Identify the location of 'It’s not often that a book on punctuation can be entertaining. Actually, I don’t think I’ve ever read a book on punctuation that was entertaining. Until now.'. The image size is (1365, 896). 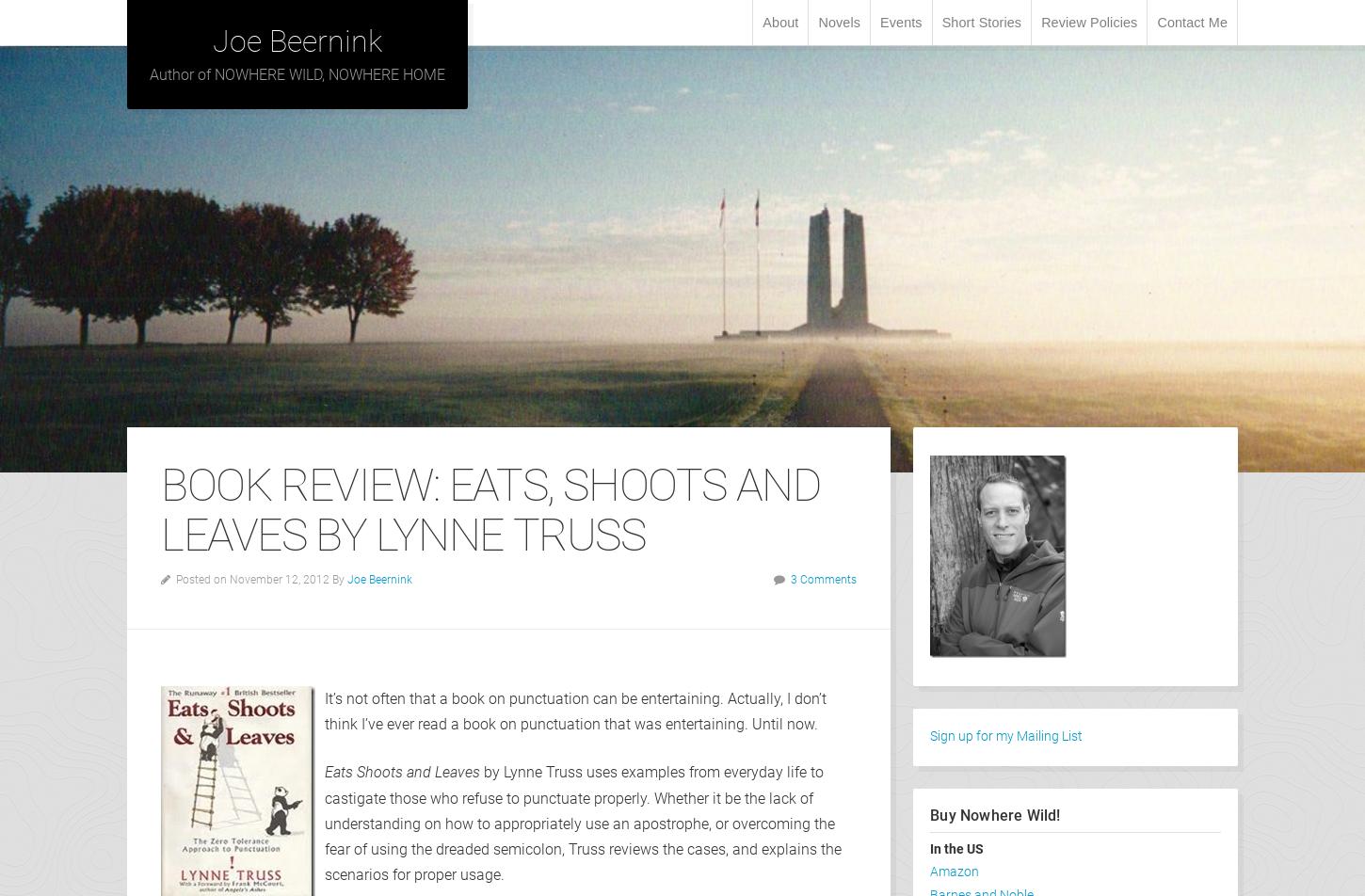
(324, 711).